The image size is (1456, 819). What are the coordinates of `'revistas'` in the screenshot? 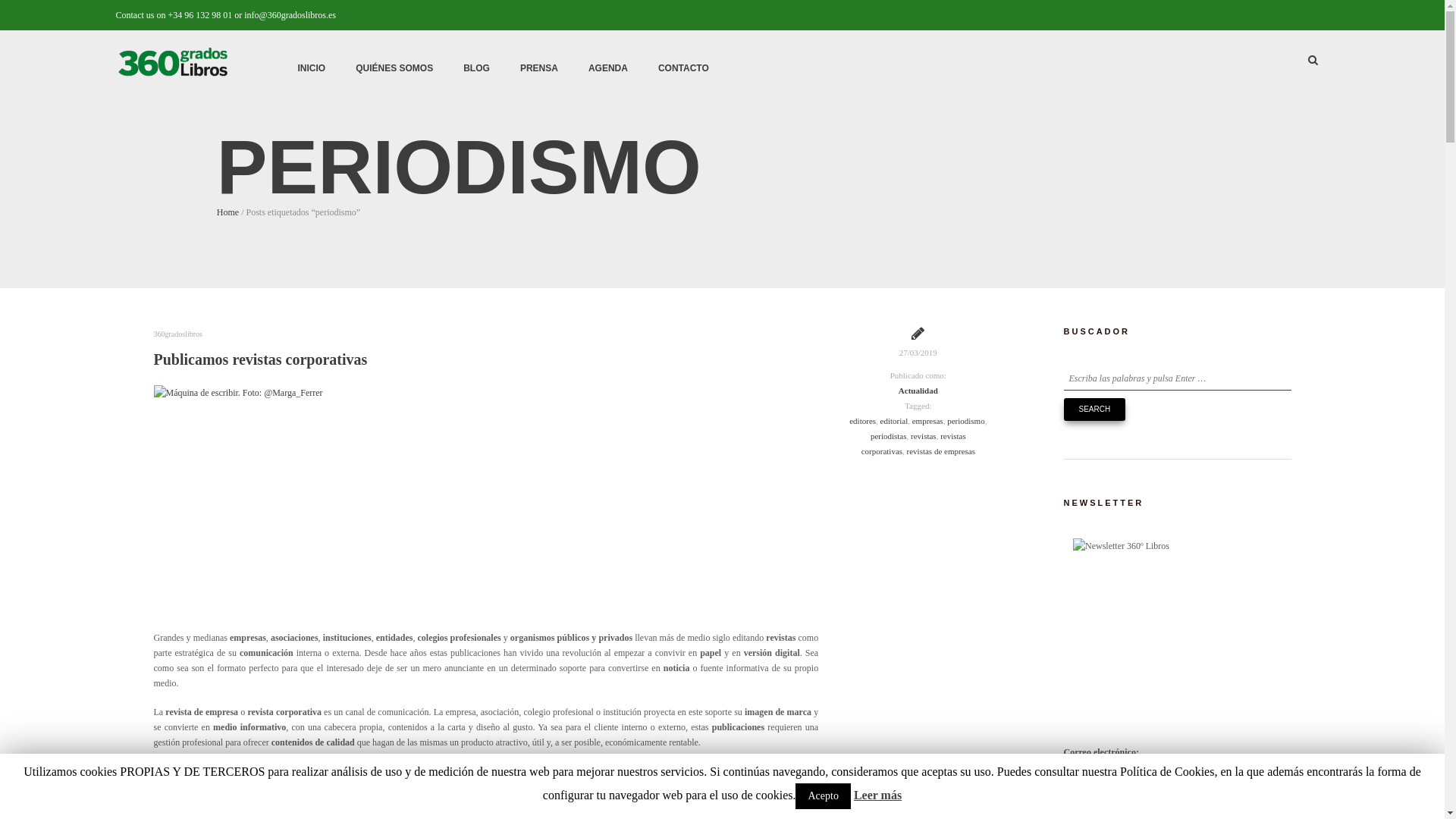 It's located at (923, 435).